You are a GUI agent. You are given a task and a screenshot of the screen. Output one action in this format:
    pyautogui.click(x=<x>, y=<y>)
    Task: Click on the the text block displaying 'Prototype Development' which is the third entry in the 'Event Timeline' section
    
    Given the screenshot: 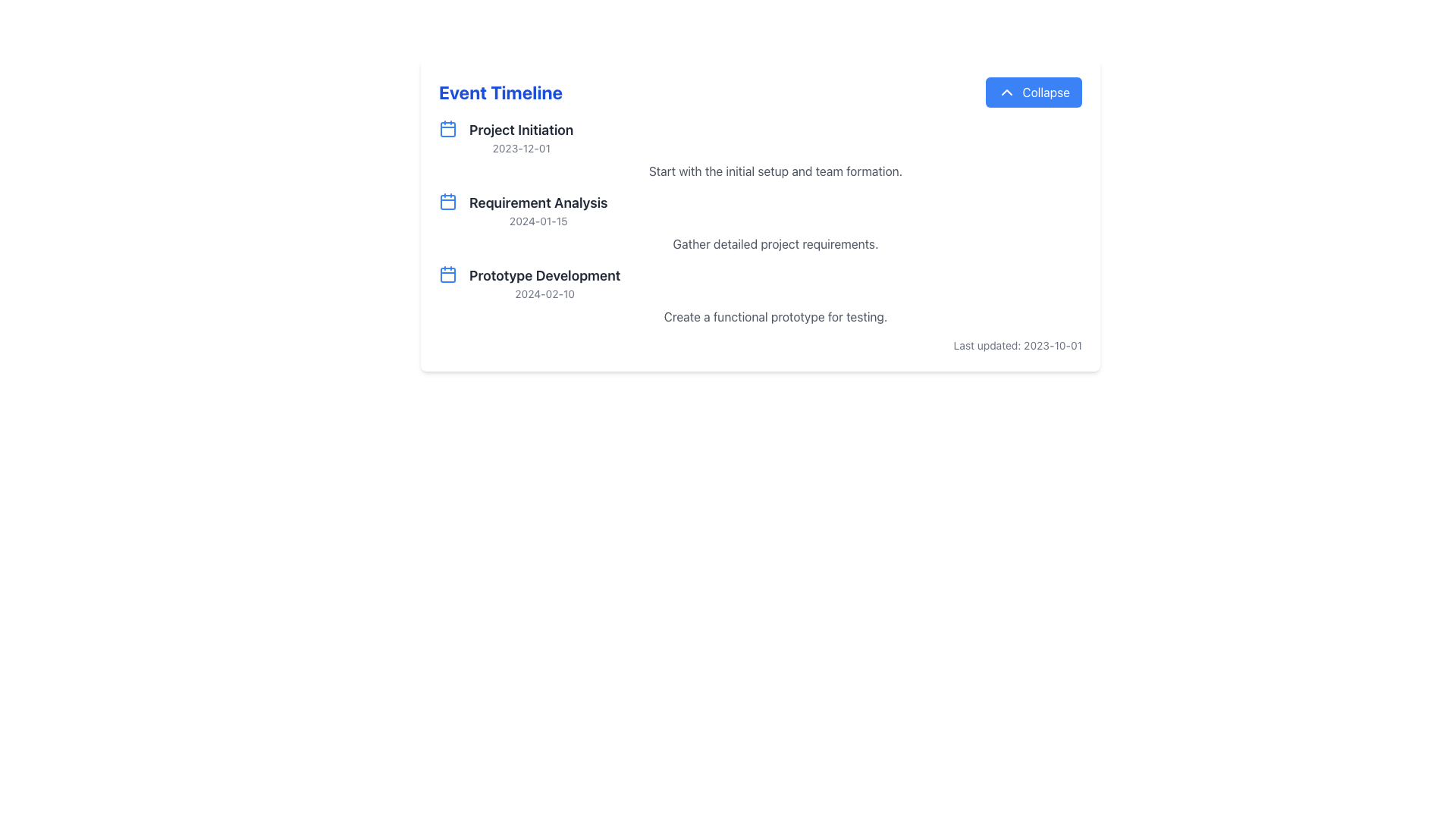 What is the action you would take?
    pyautogui.click(x=544, y=284)
    